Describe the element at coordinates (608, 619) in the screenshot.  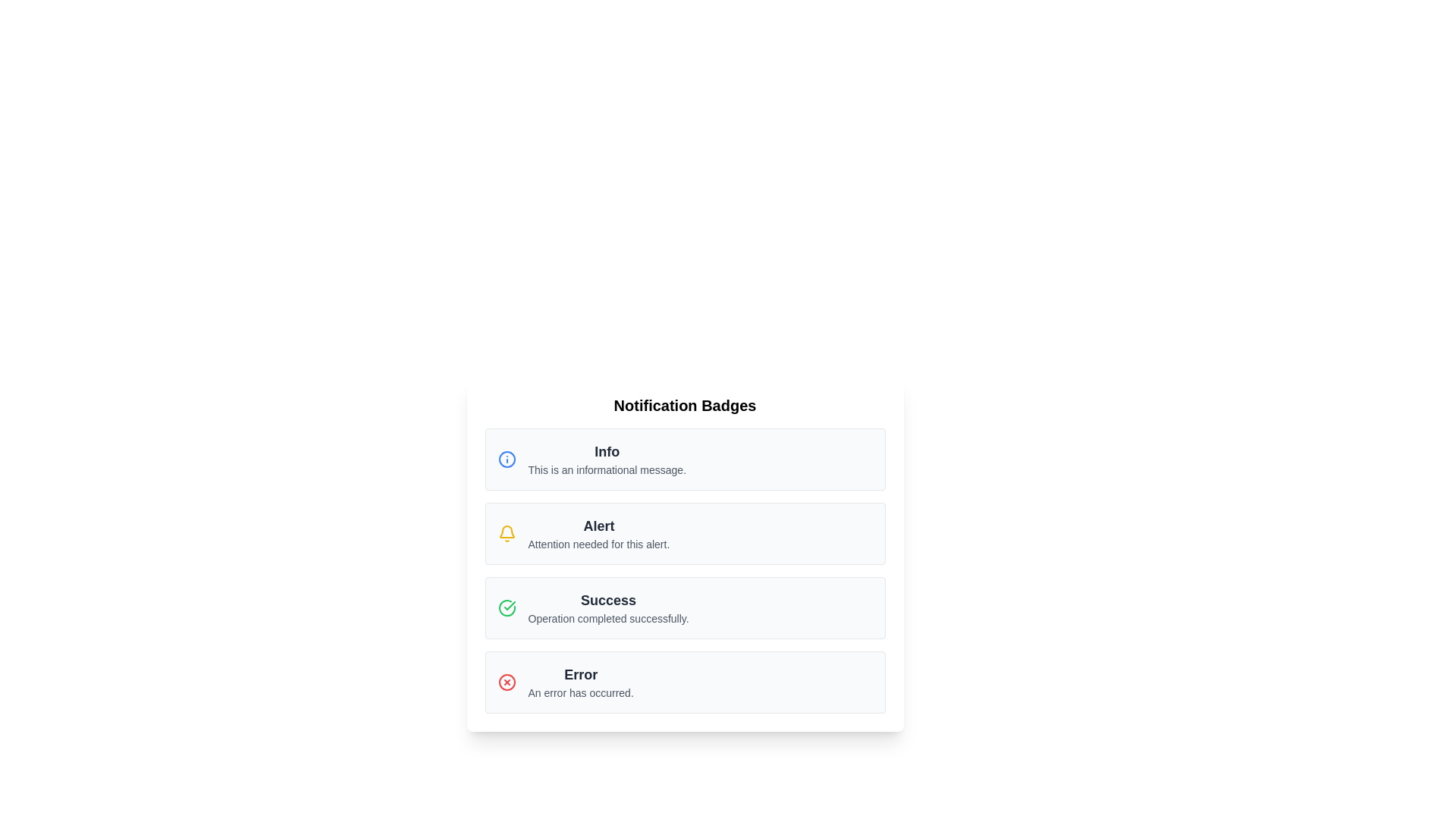
I see `the Text Label element displaying the message 'Operation completed successfully.' located beneath the title 'Success' in the Notification Badges section` at that location.